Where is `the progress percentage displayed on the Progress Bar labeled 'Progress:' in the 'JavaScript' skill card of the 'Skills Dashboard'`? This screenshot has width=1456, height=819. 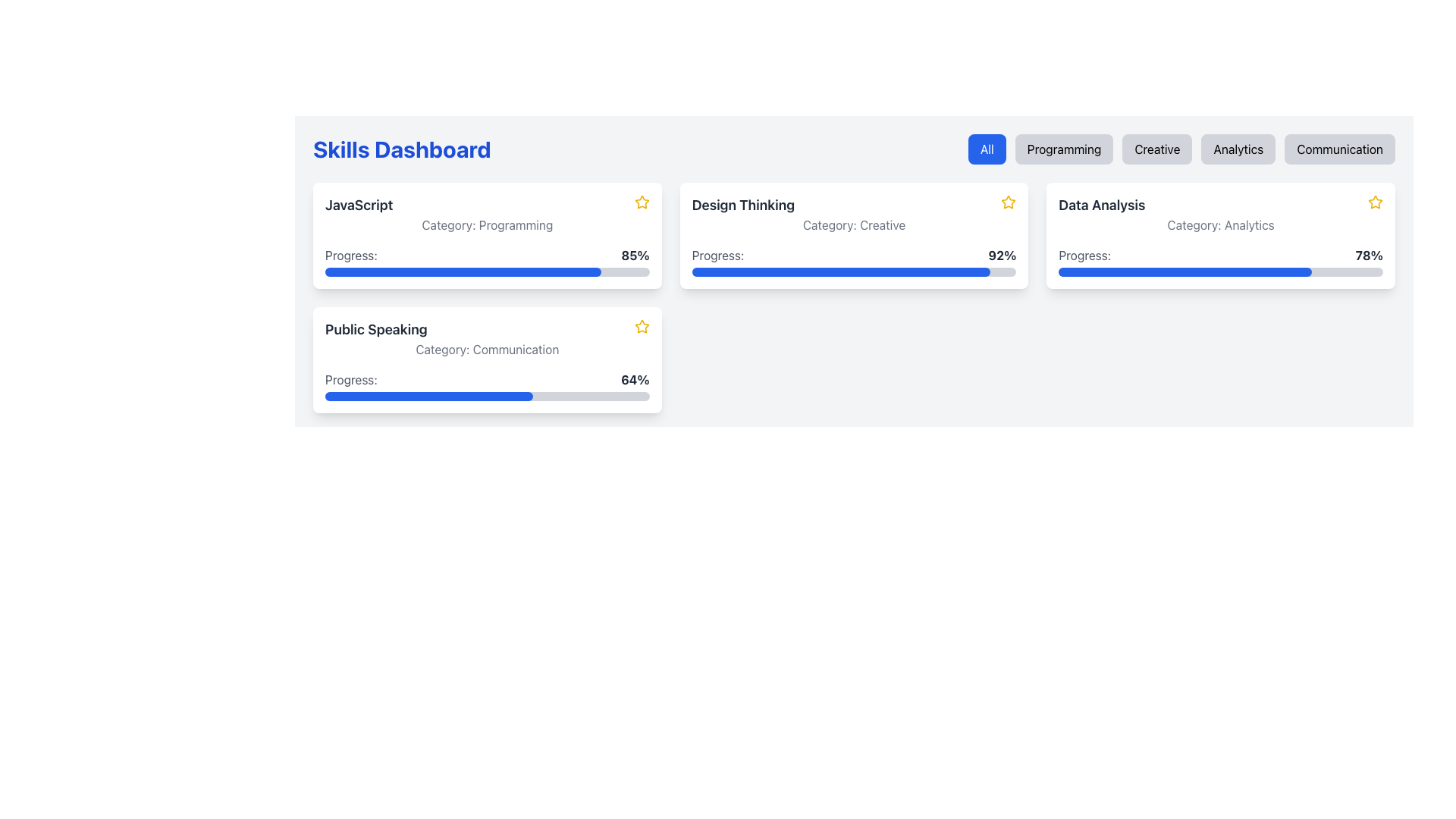
the progress percentage displayed on the Progress Bar labeled 'Progress:' in the 'JavaScript' skill card of the 'Skills Dashboard' is located at coordinates (487, 260).